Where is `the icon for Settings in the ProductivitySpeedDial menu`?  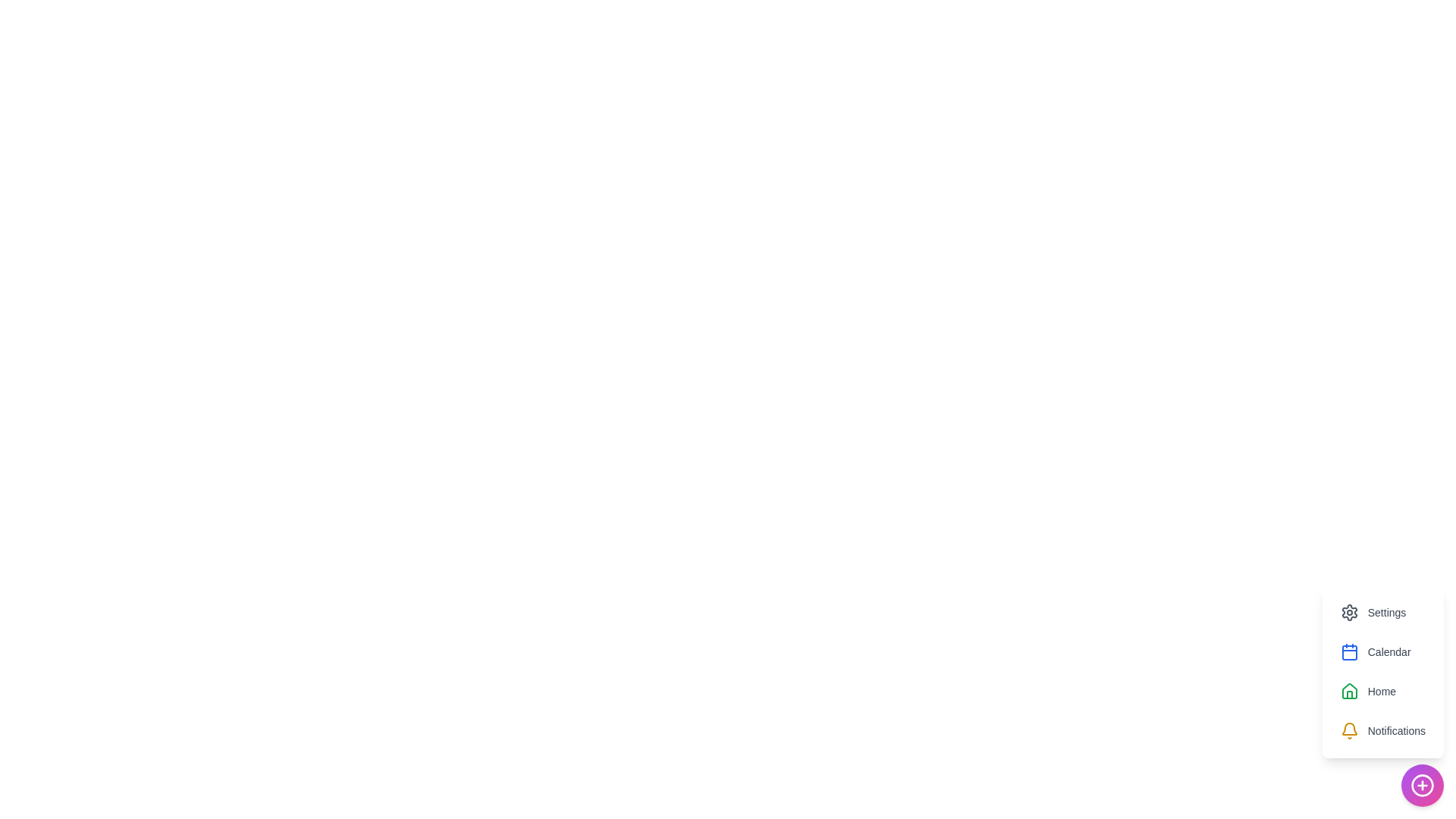
the icon for Settings in the ProductivitySpeedDial menu is located at coordinates (1349, 611).